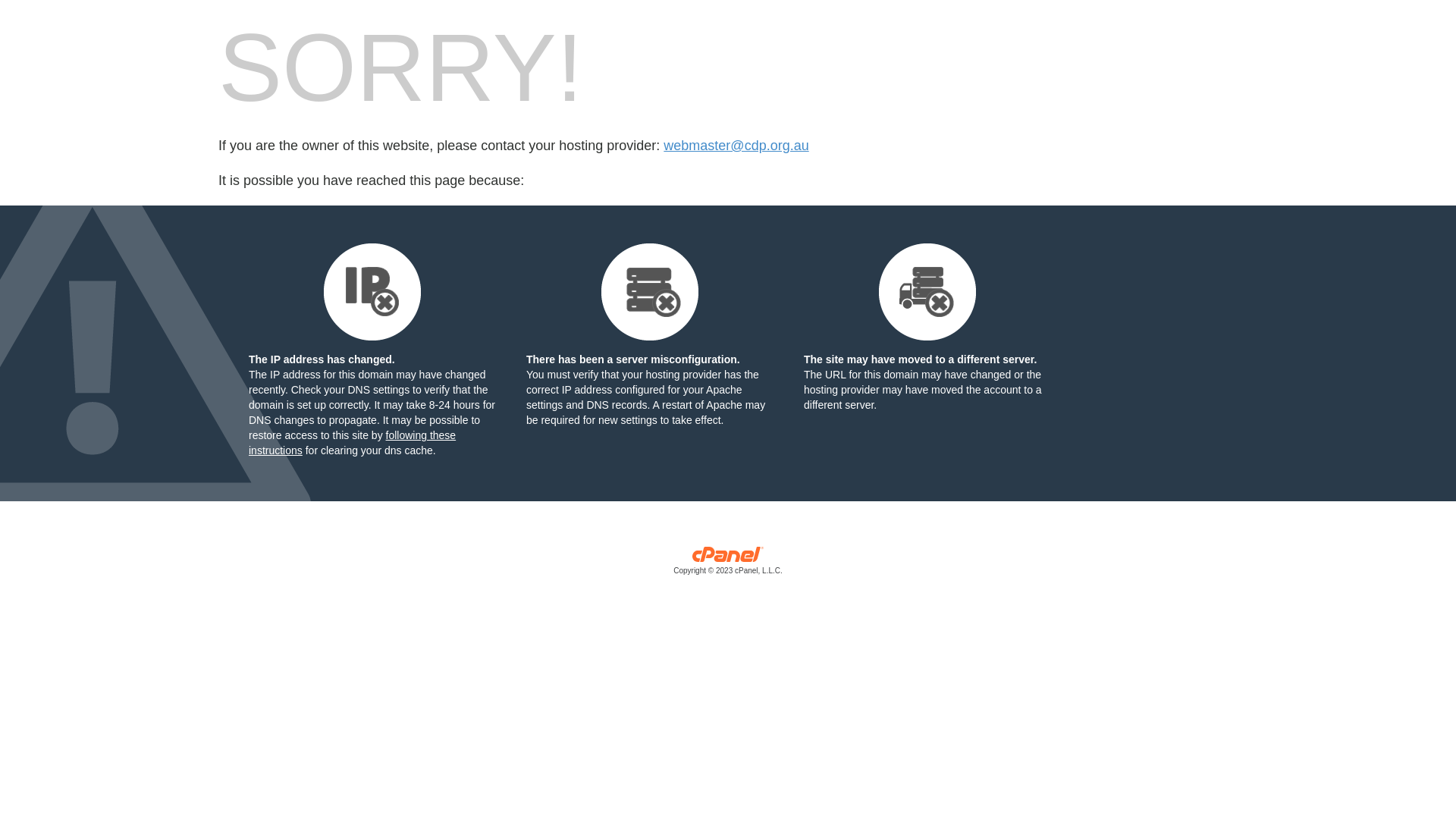 The width and height of the screenshot is (1456, 819). Describe the element at coordinates (736, 146) in the screenshot. I see `'webmaster@cdp.org.au'` at that location.